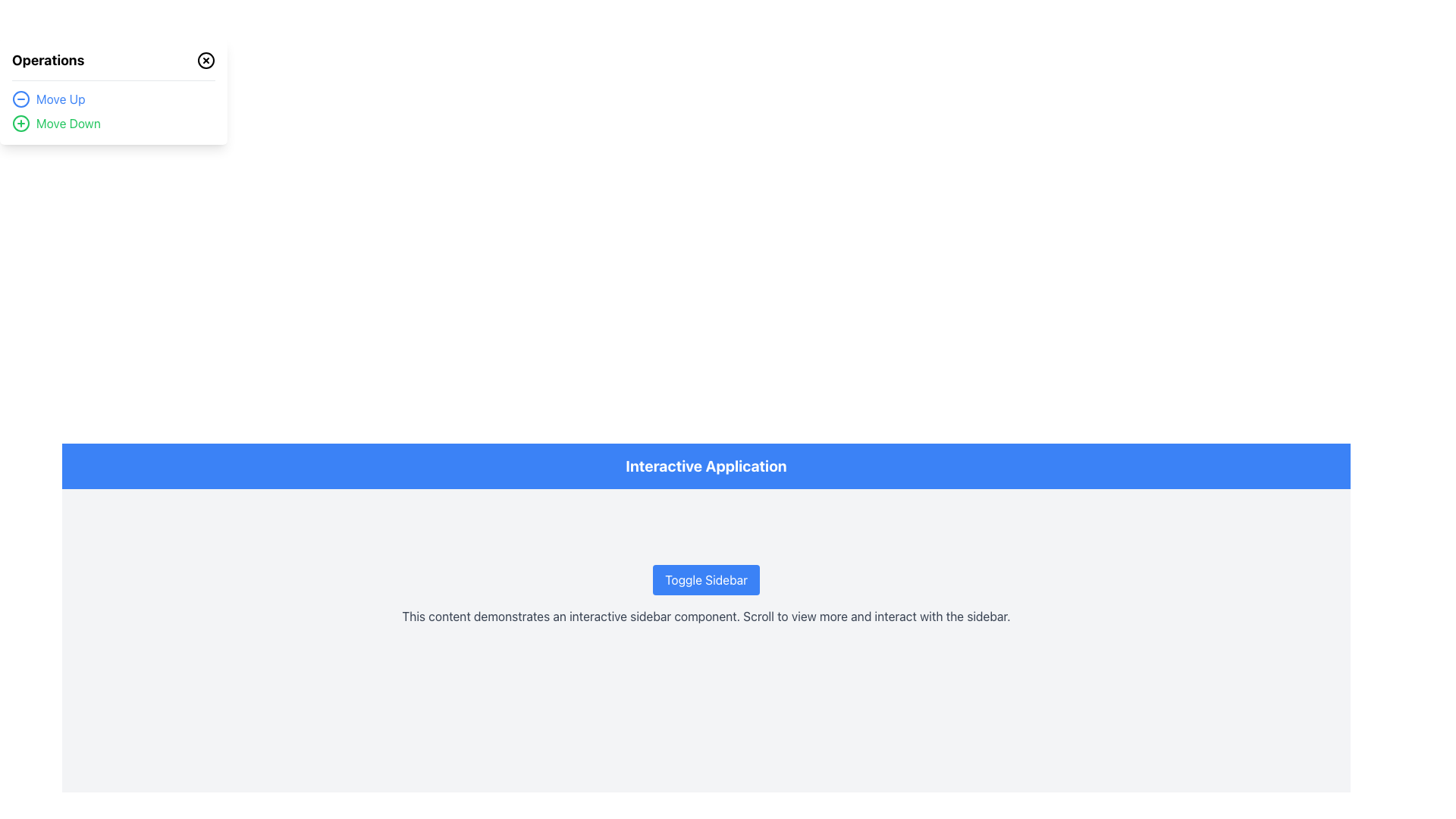 The height and width of the screenshot is (819, 1456). What do you see at coordinates (21, 99) in the screenshot?
I see `the minus icon located to the left of the 'Move Up' text in the Operations panel` at bounding box center [21, 99].